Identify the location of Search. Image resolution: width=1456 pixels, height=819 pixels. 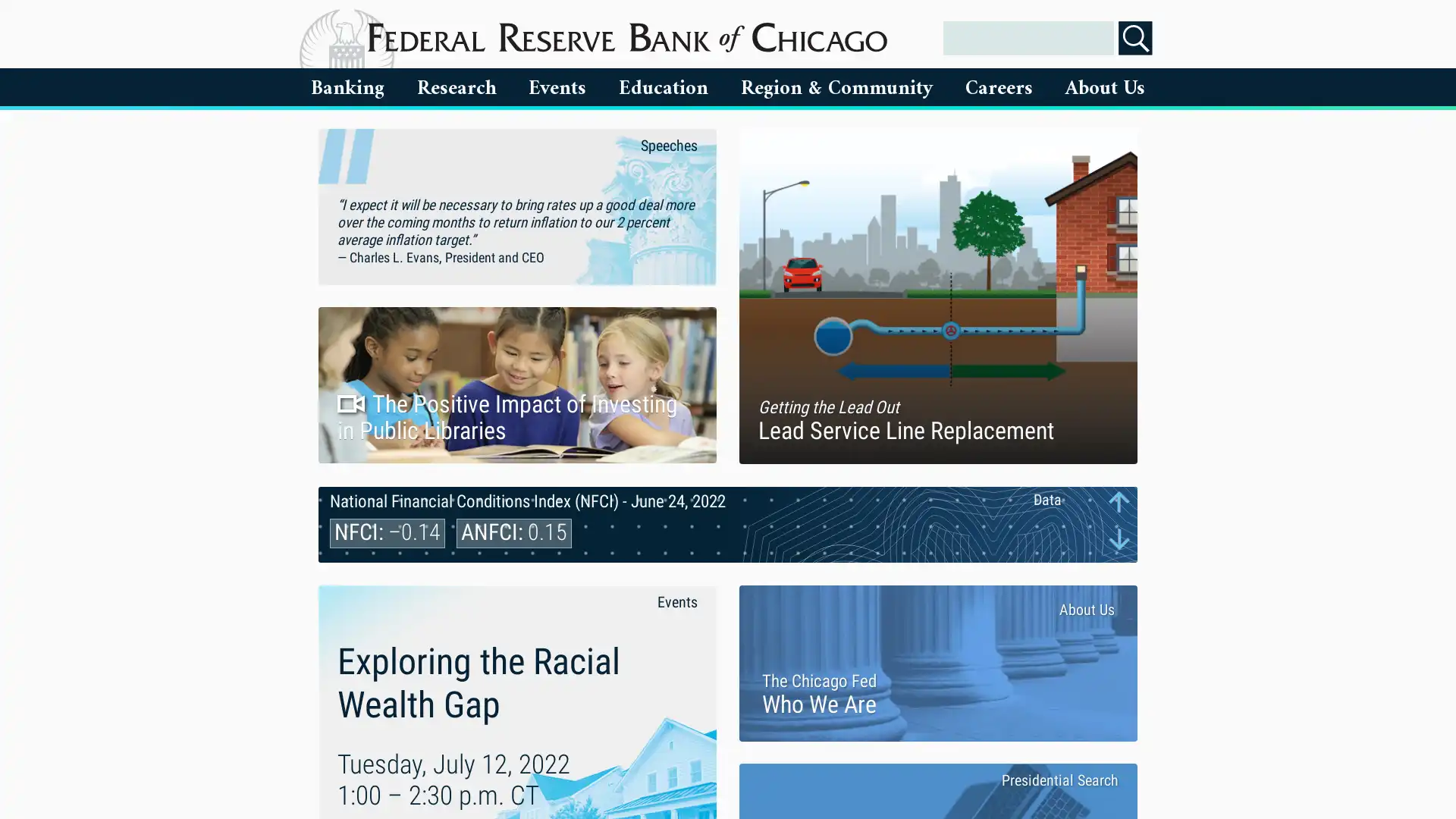
(1135, 37).